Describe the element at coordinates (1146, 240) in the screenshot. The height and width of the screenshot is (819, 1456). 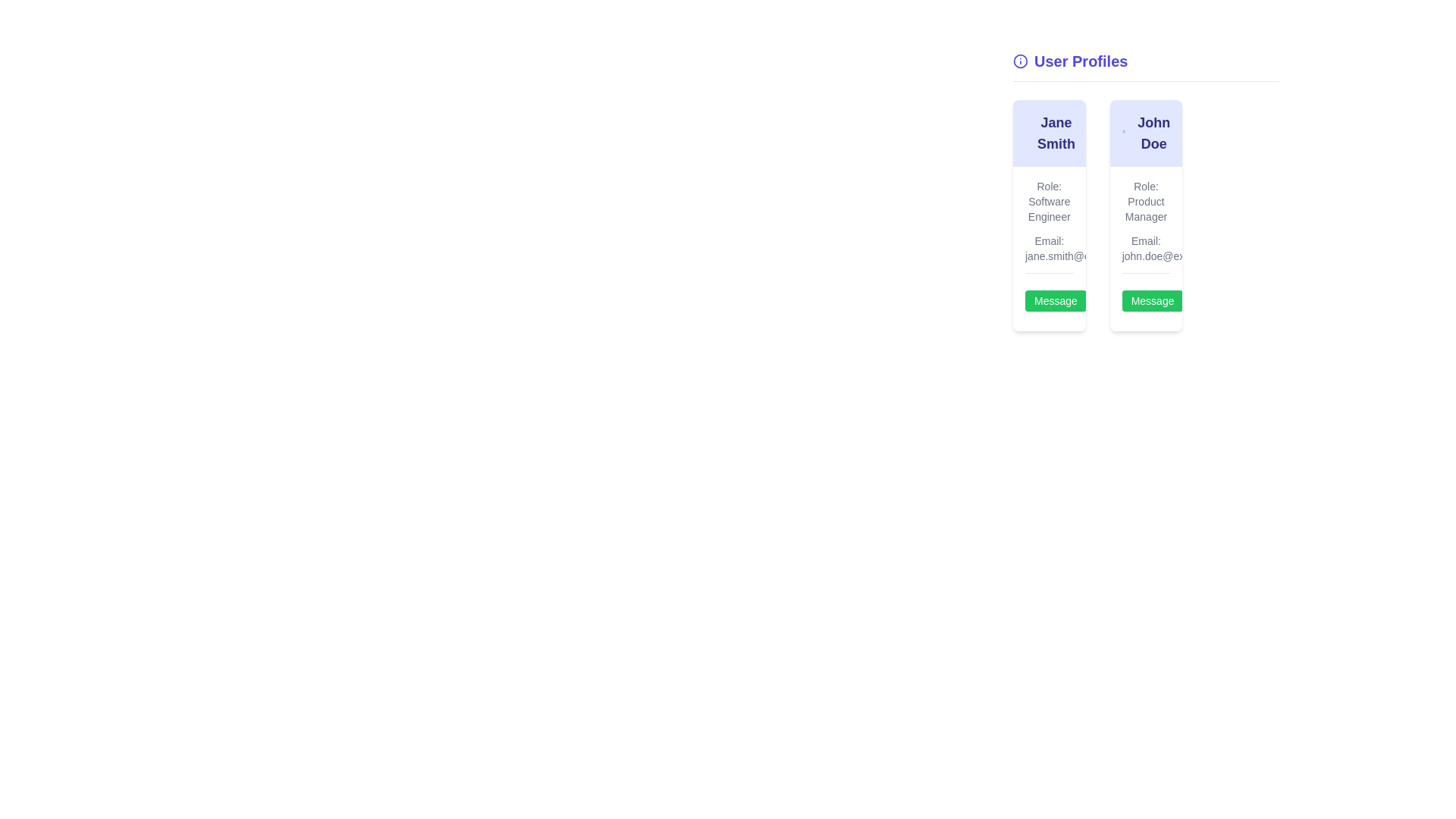
I see `the label text identifying the email field in the profile card of 'John Doe'` at that location.